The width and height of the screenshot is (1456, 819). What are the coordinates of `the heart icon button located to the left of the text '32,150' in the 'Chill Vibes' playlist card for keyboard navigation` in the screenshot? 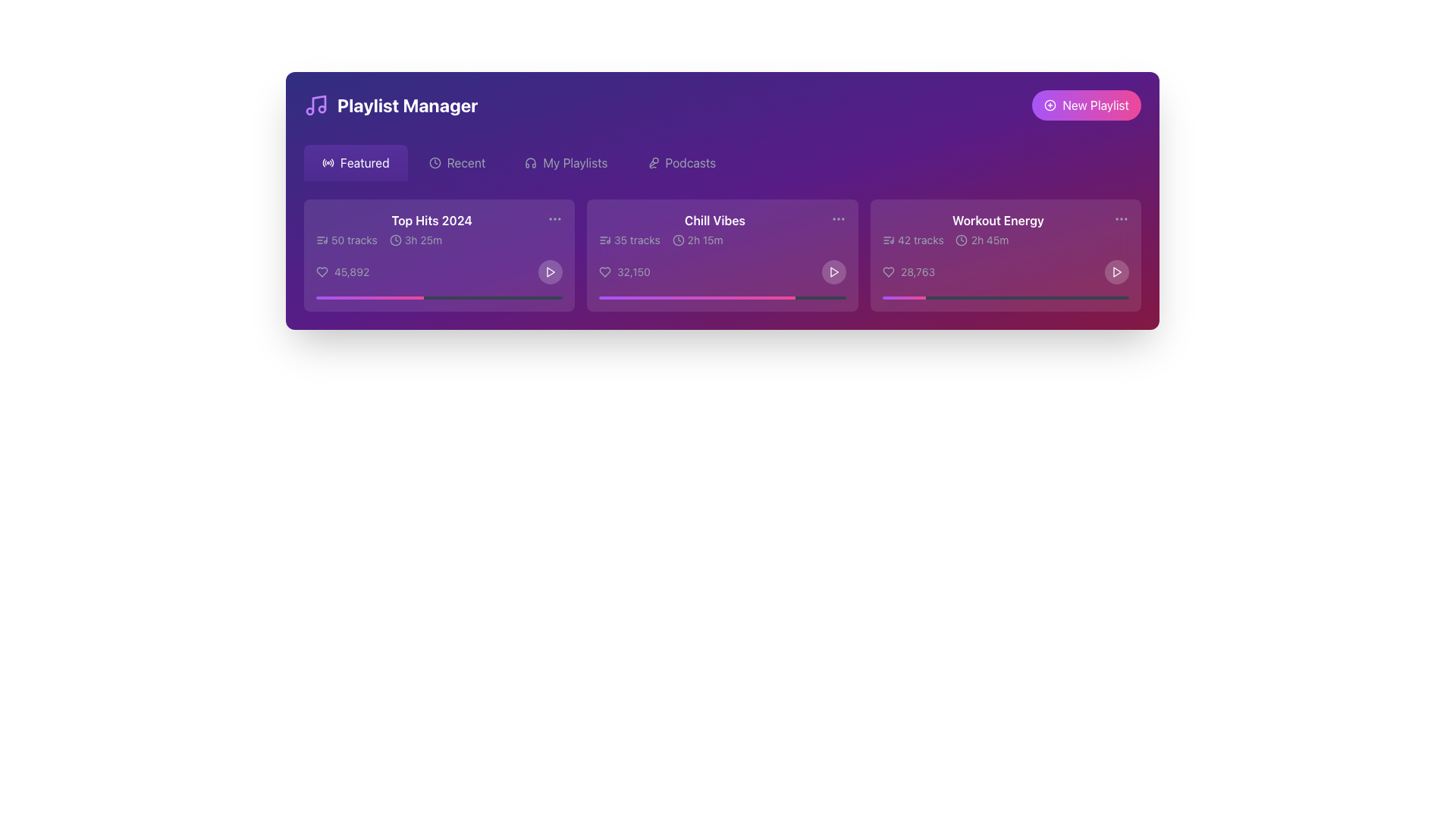 It's located at (604, 271).